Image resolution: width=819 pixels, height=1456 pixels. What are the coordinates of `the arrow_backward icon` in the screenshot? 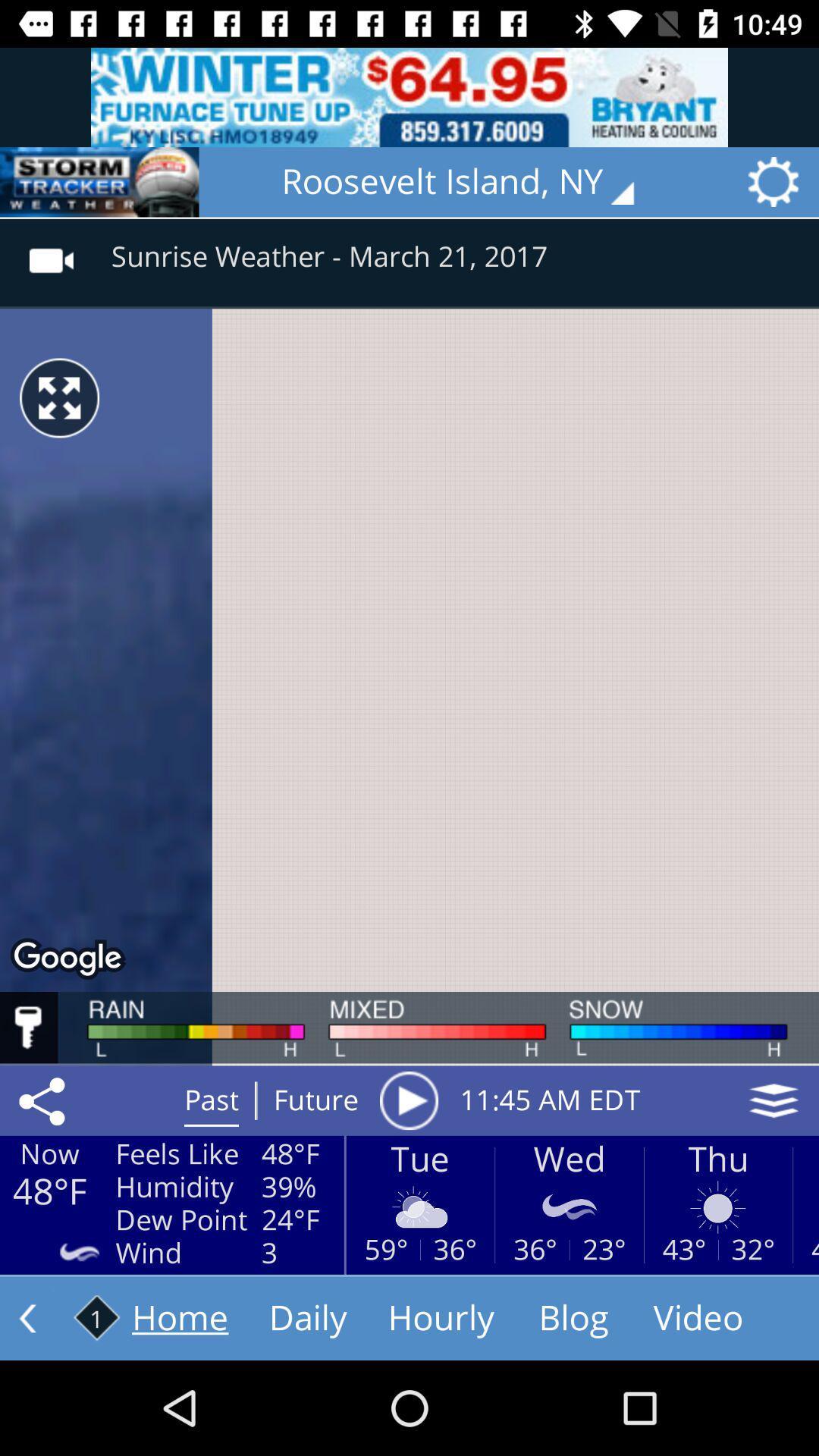 It's located at (99, 182).